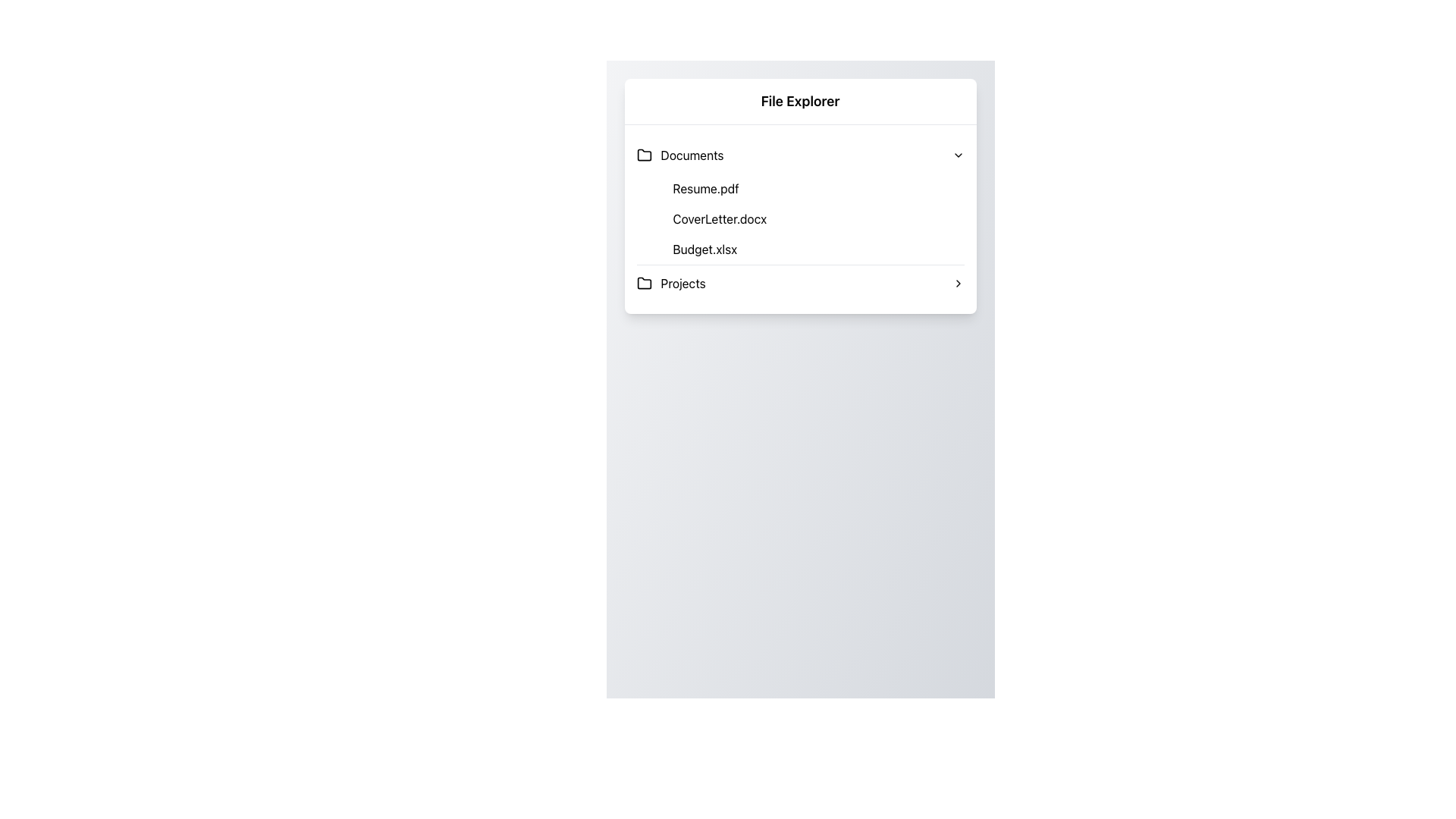  What do you see at coordinates (799, 284) in the screenshot?
I see `the 'Projects' folder item` at bounding box center [799, 284].